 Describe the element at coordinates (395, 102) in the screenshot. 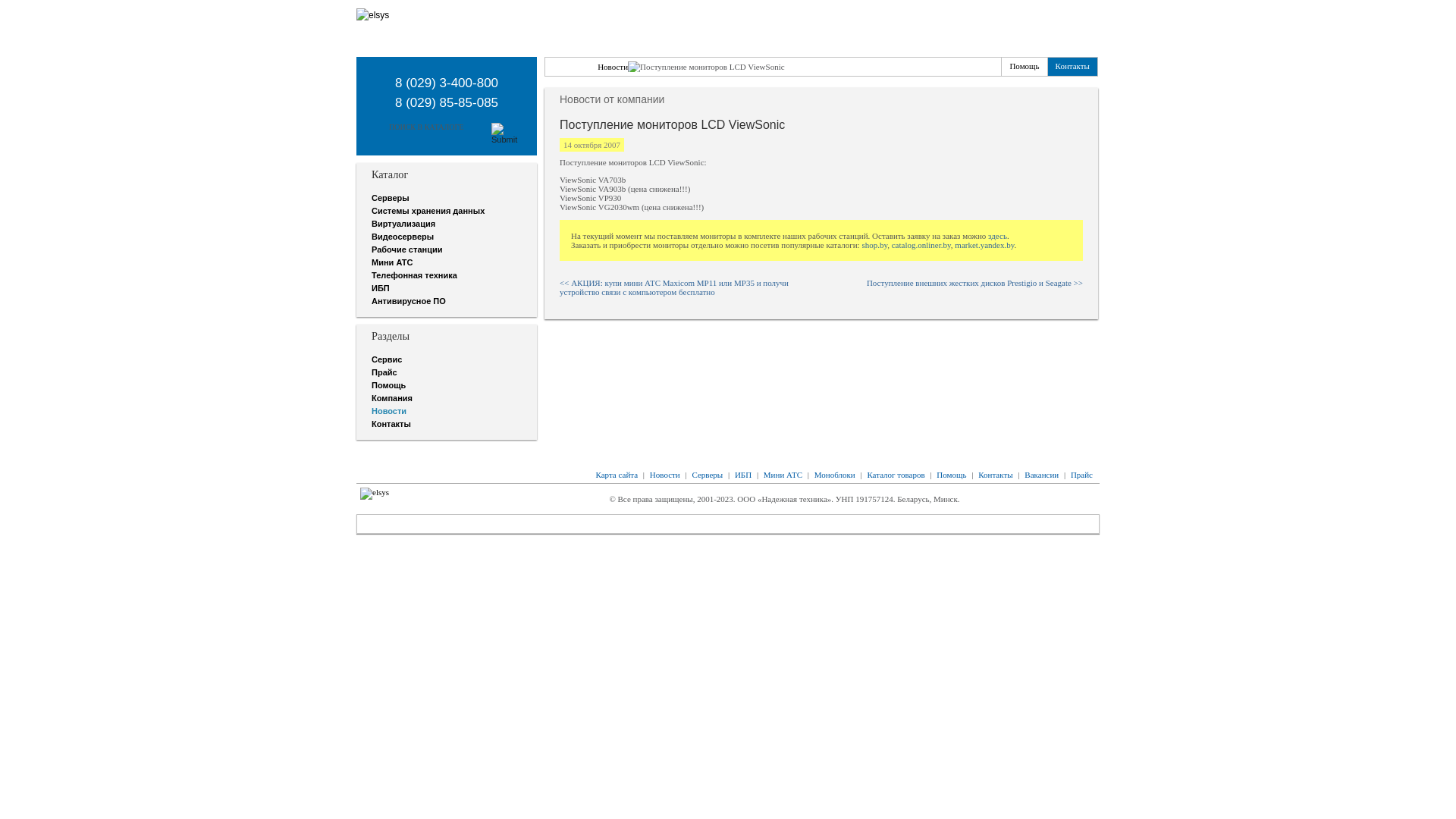

I see `'8 (029) 85-85-085'` at that location.